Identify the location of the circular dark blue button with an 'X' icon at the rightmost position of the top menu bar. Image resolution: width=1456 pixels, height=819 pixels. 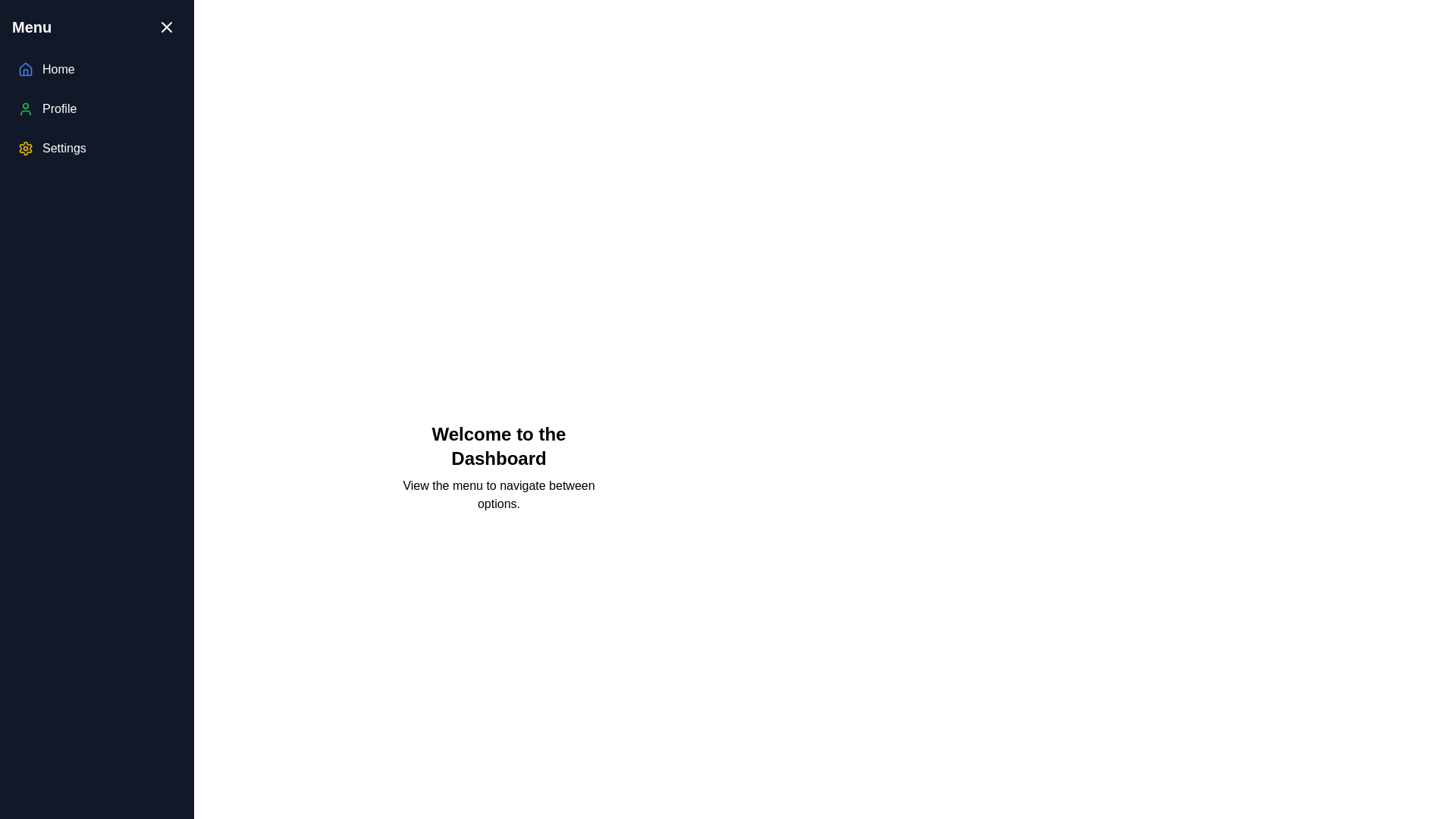
(167, 27).